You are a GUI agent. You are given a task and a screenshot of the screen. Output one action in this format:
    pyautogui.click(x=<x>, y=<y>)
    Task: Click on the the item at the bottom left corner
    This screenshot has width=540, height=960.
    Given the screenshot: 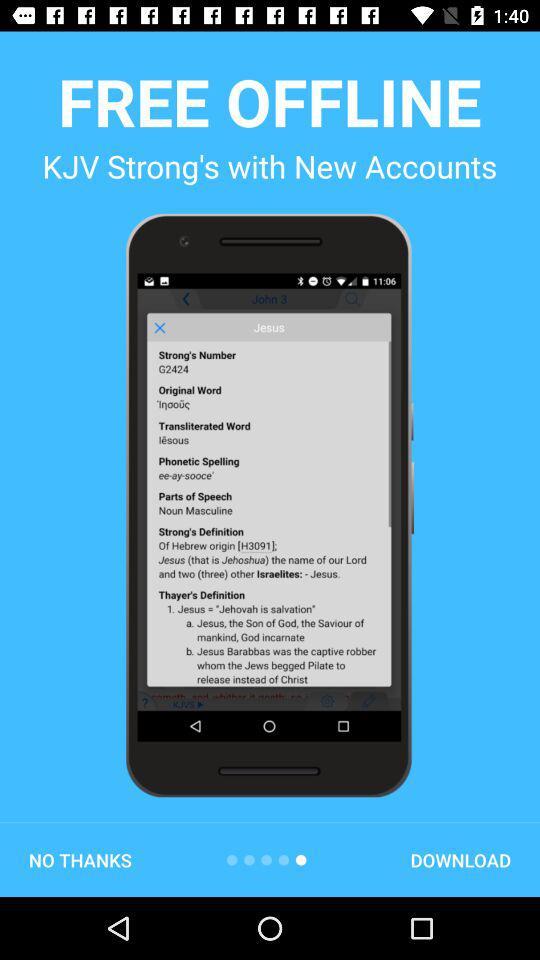 What is the action you would take?
    pyautogui.click(x=79, y=859)
    